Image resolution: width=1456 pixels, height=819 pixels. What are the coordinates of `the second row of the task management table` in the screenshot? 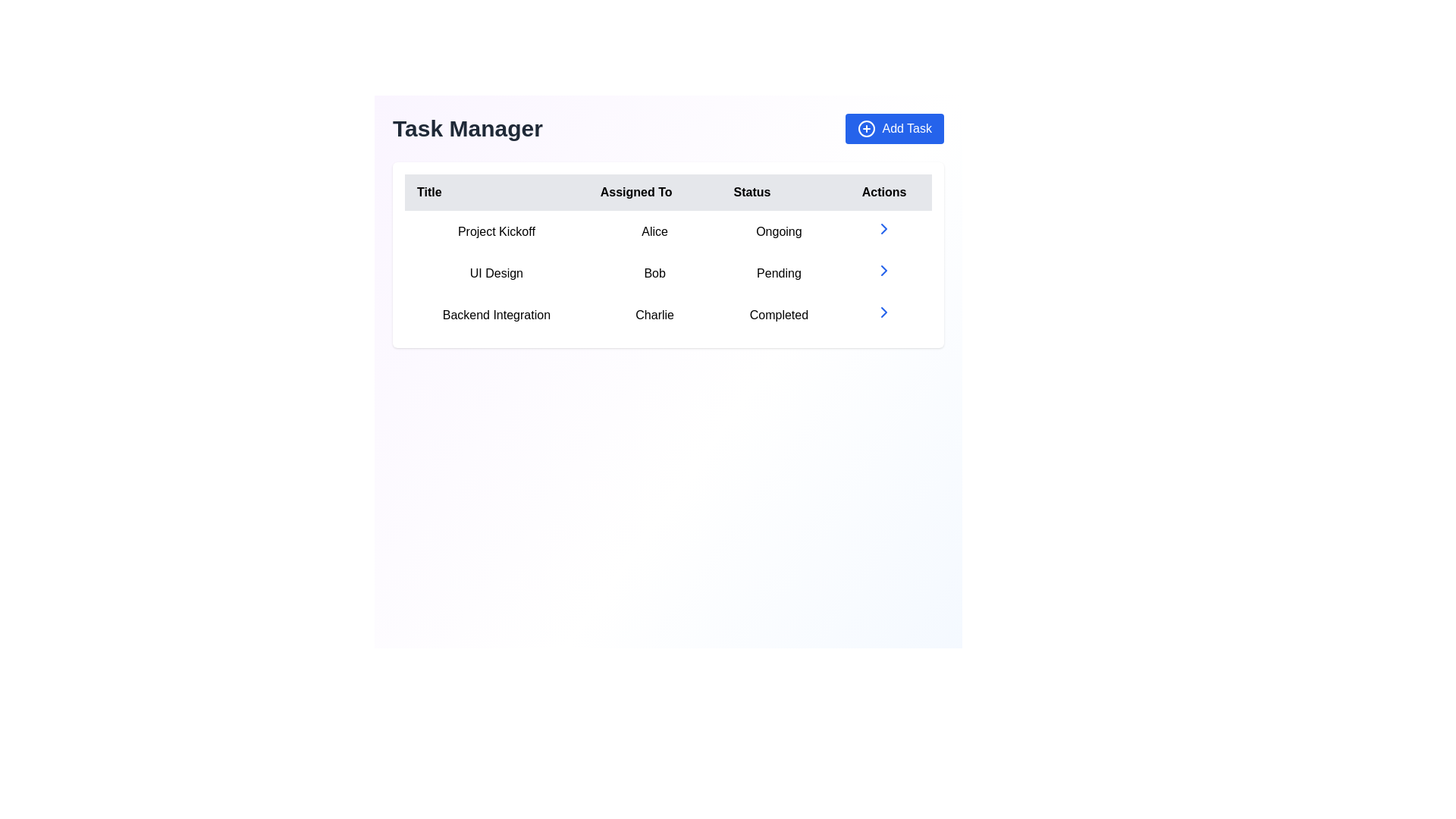 It's located at (667, 273).